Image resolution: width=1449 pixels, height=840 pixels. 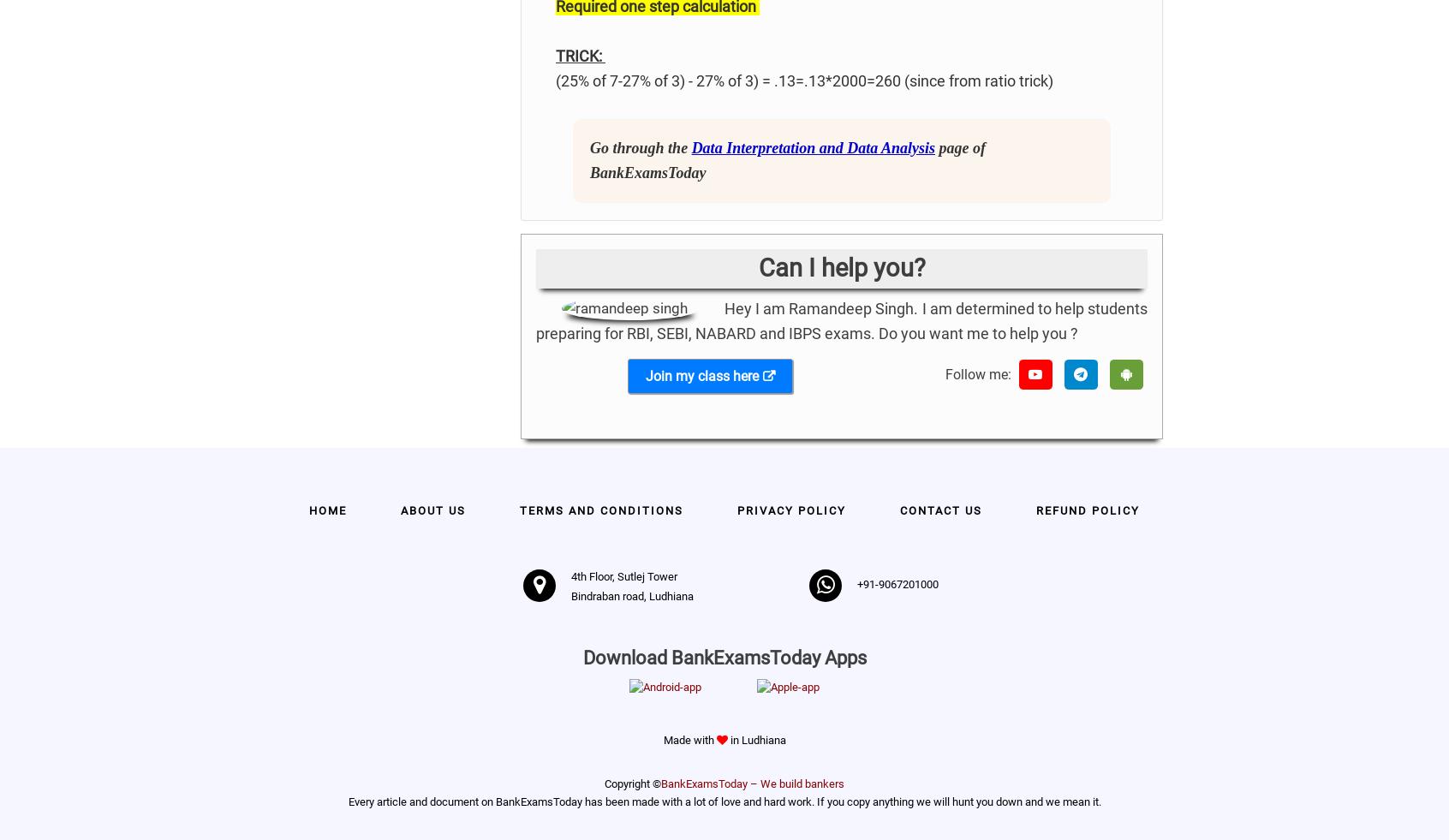 I want to click on '(25% of 7-27% of 3) - 27% of 3) = .13=.13*2000=260 (since from ratio trick)', so click(x=804, y=79).